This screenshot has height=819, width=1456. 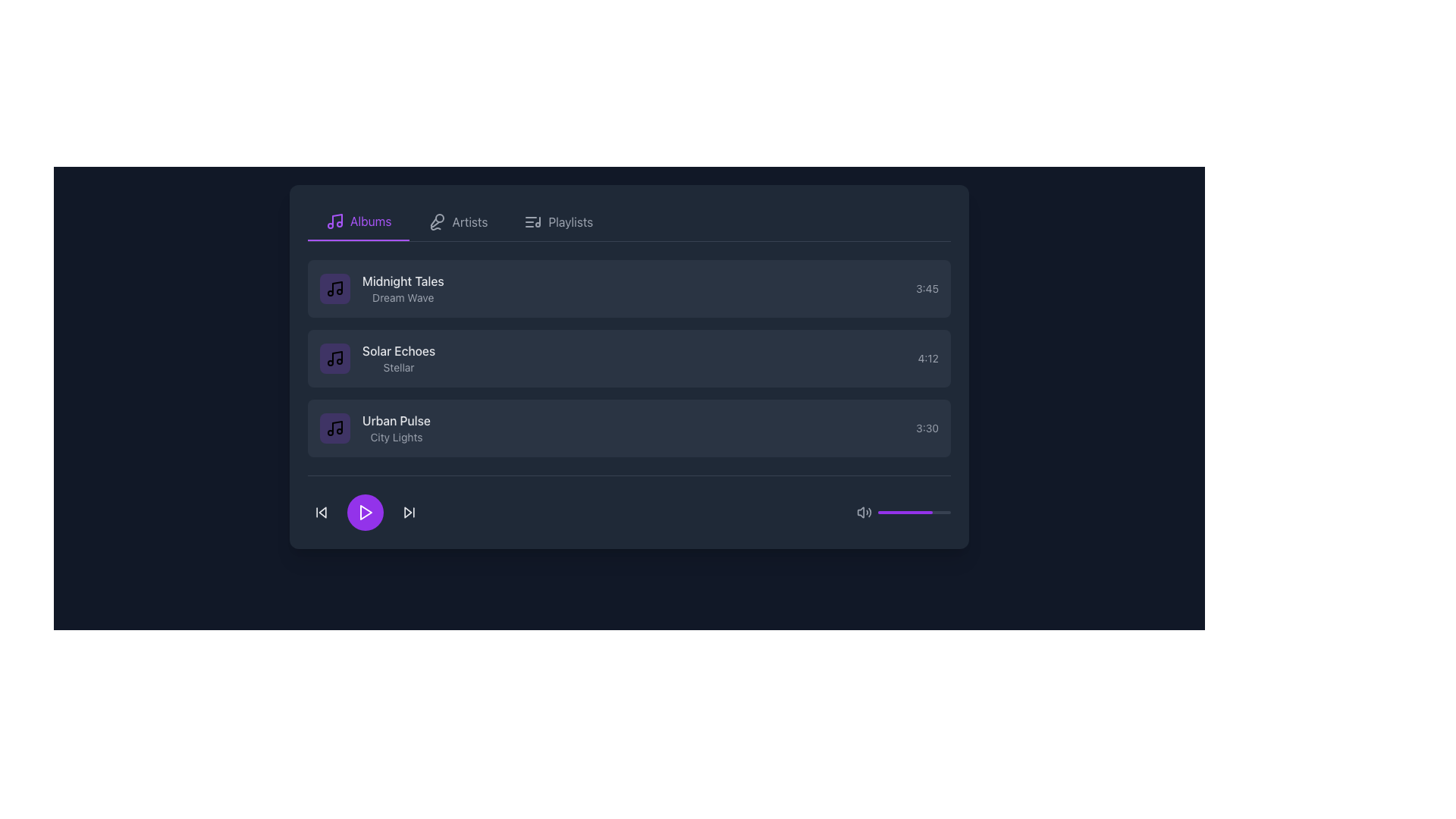 What do you see at coordinates (334, 428) in the screenshot?
I see `the music-related icon located in the third row of the menu, to the left of the text 'Urban Pulse' and the subtitle 'City Lights'` at bounding box center [334, 428].